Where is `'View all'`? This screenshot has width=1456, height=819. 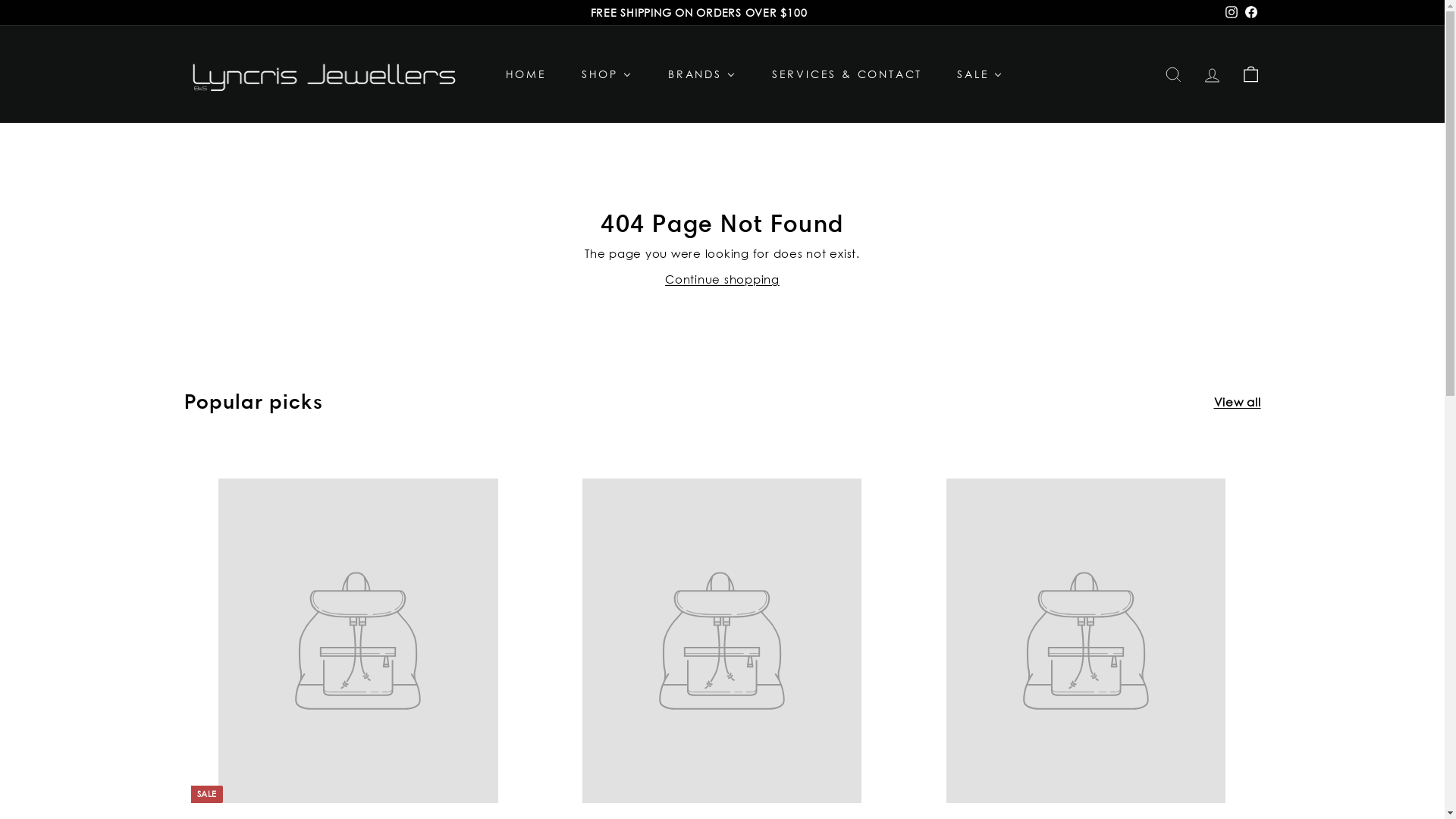
'View all' is located at coordinates (1237, 400).